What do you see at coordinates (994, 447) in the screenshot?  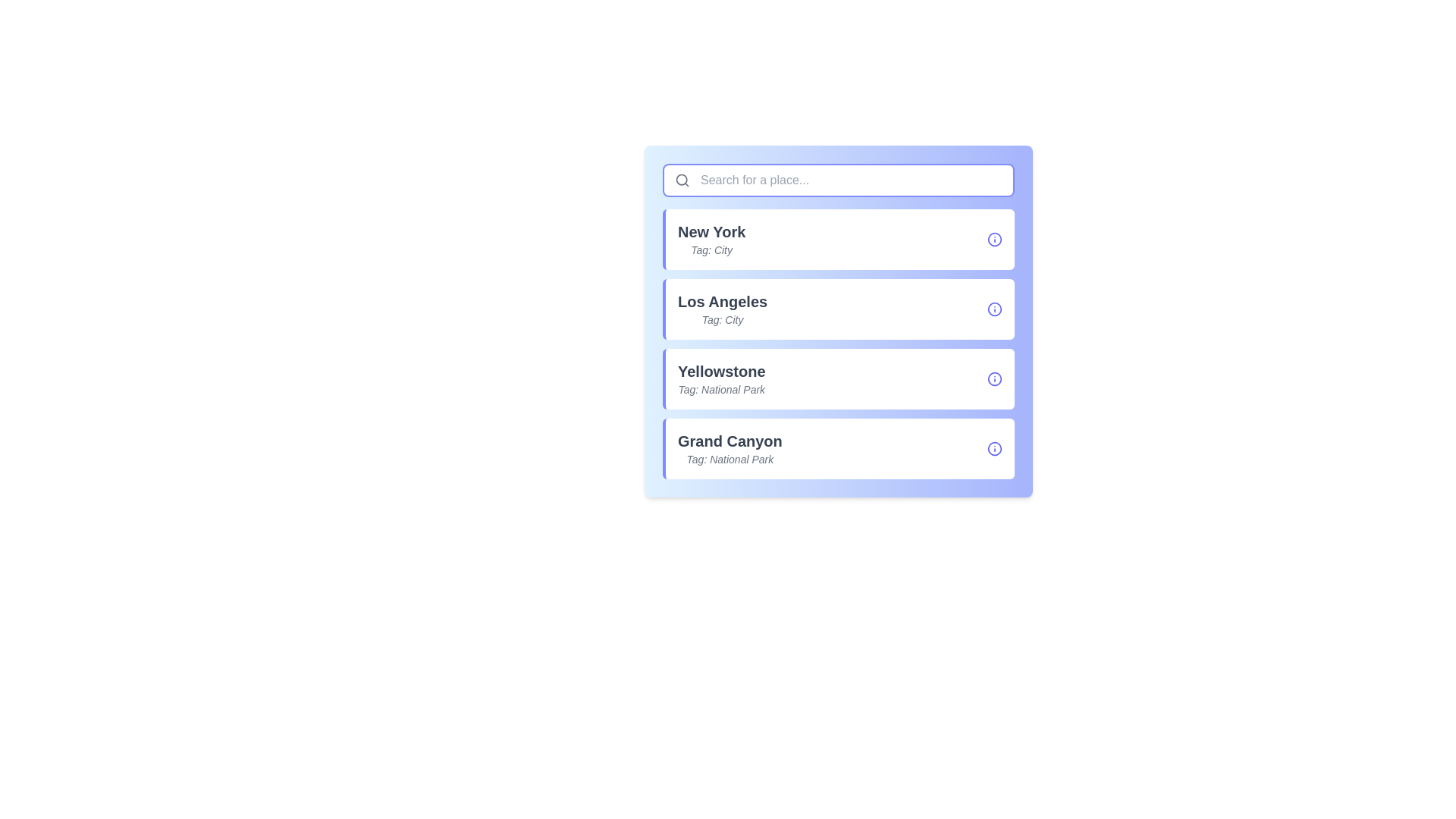 I see `the circular icon with a thin blue border and a white background, located on the right side of the list item labeled 'Grand Canyon'` at bounding box center [994, 447].